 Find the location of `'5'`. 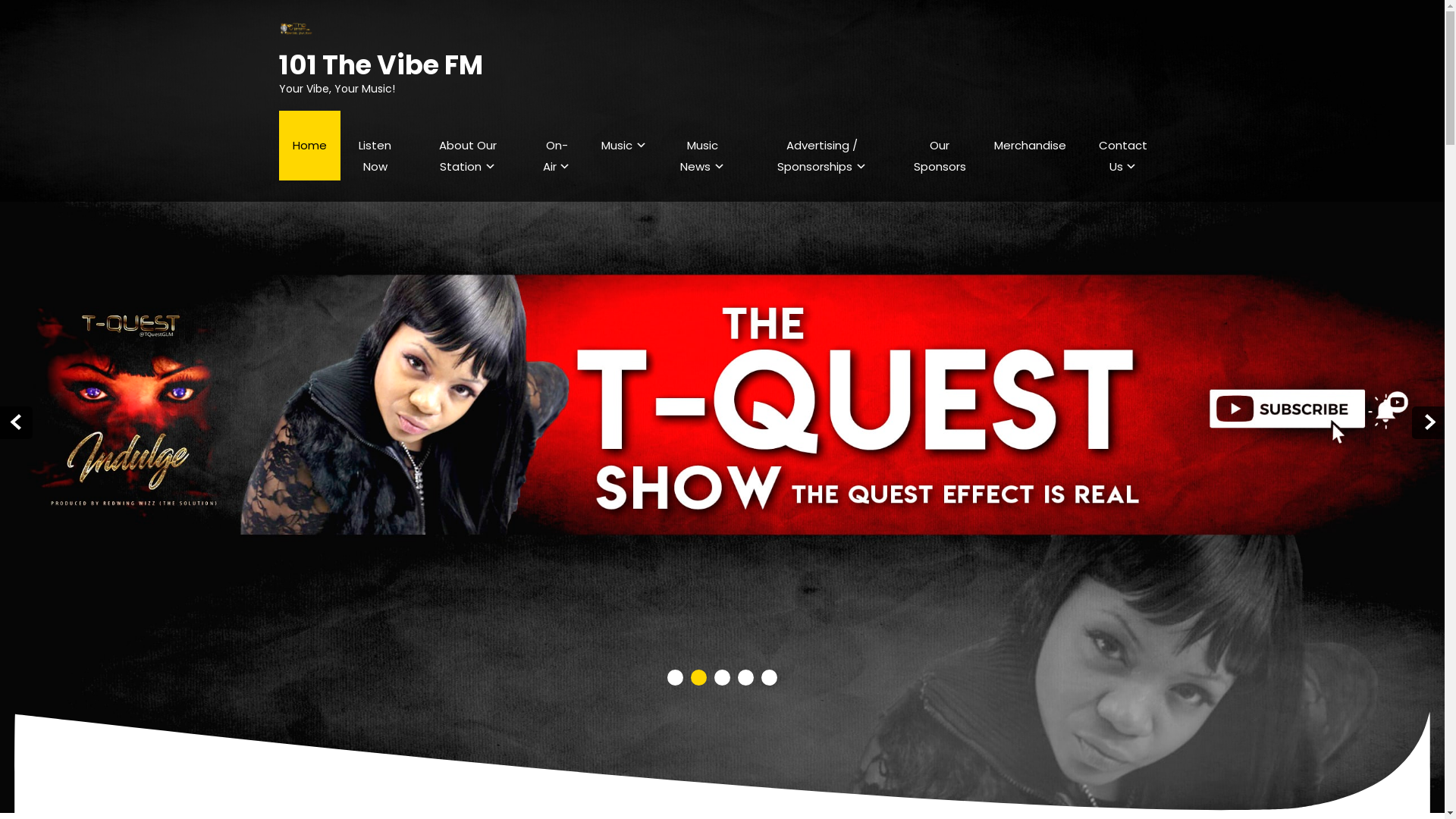

'5' is located at coordinates (769, 676).